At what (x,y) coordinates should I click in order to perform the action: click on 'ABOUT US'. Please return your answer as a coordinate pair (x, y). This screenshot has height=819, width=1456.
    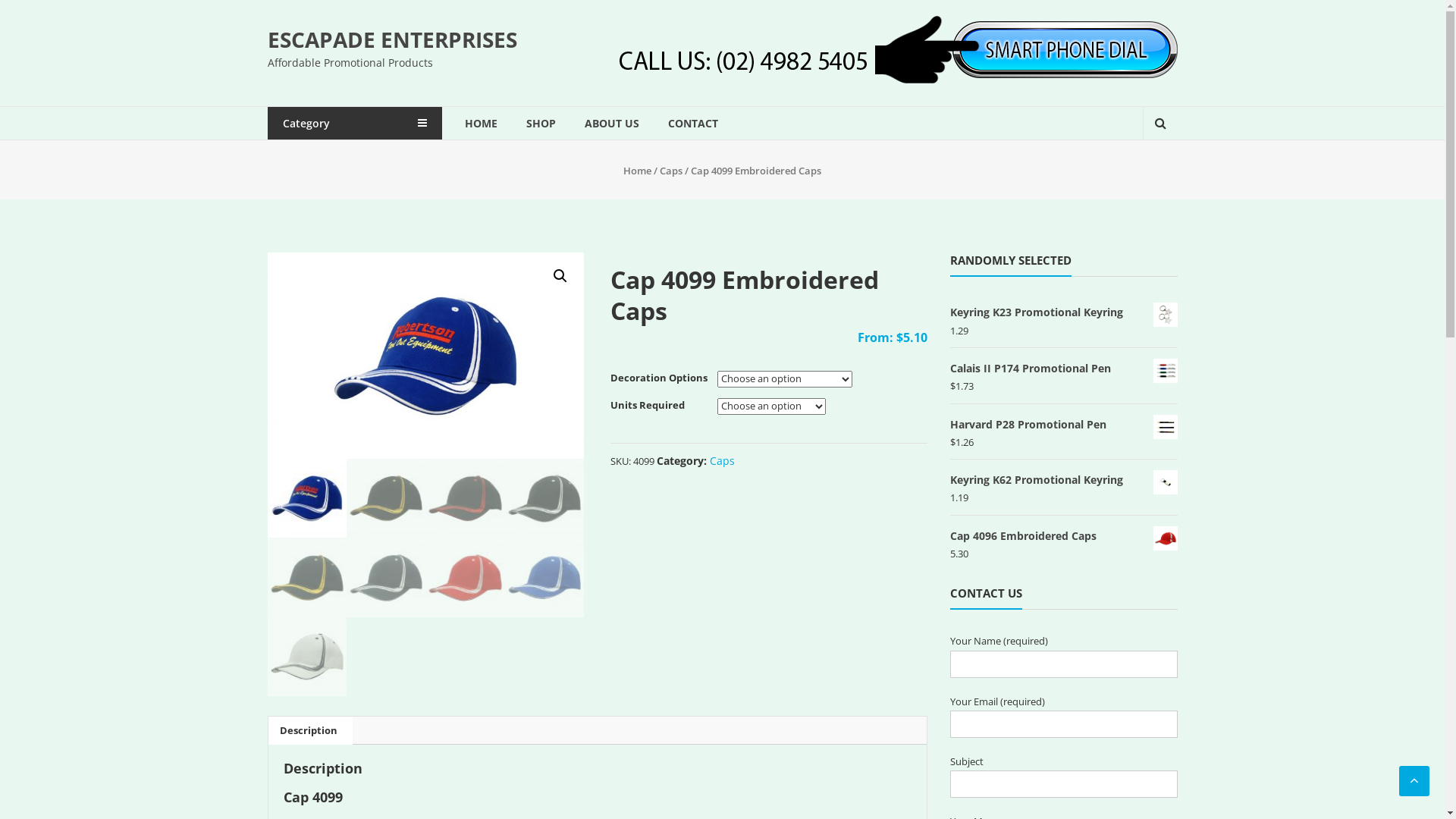
    Looking at the image, I should click on (611, 122).